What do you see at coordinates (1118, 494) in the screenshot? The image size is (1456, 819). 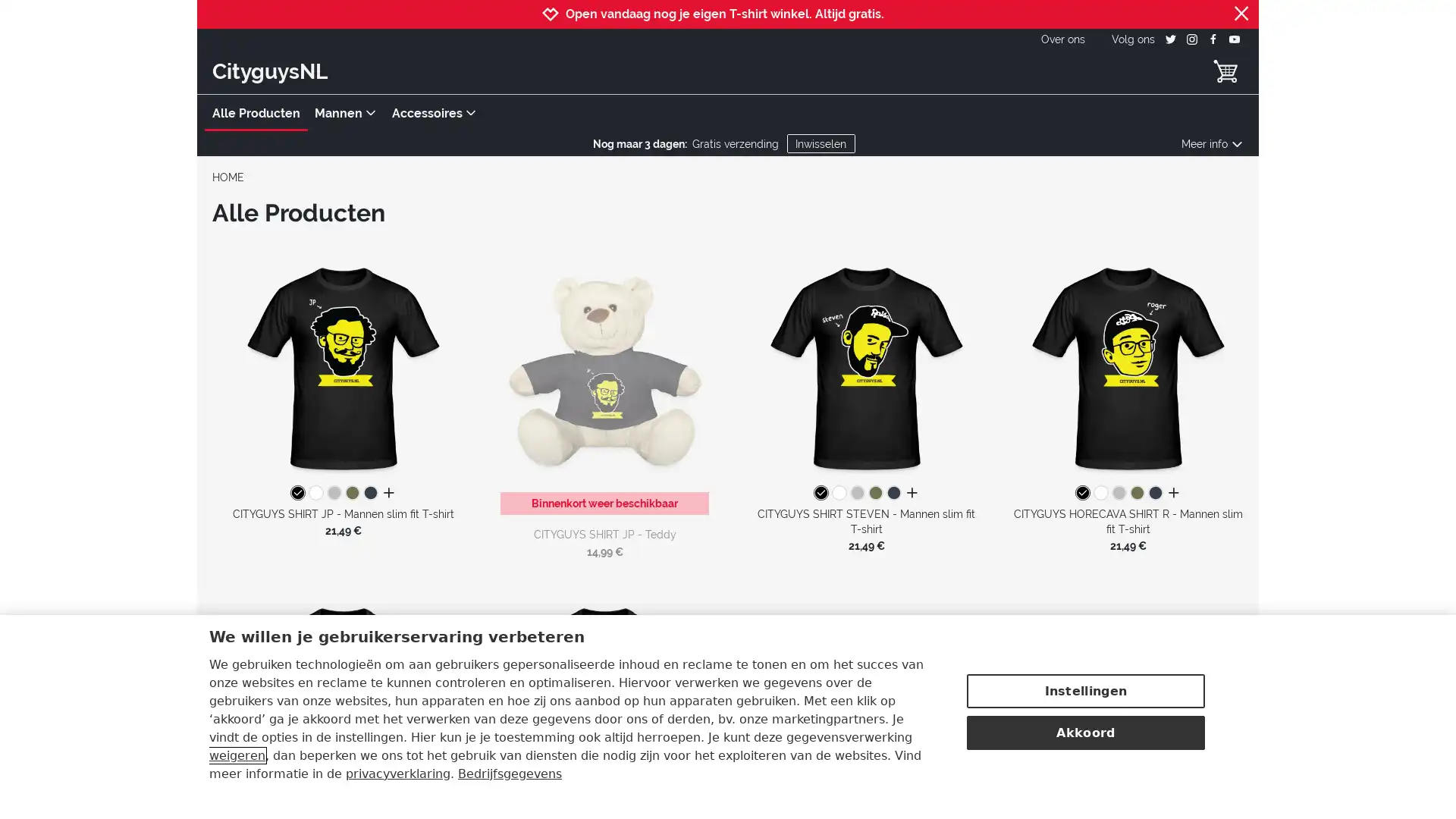 I see `grijs gemeleerd` at bounding box center [1118, 494].